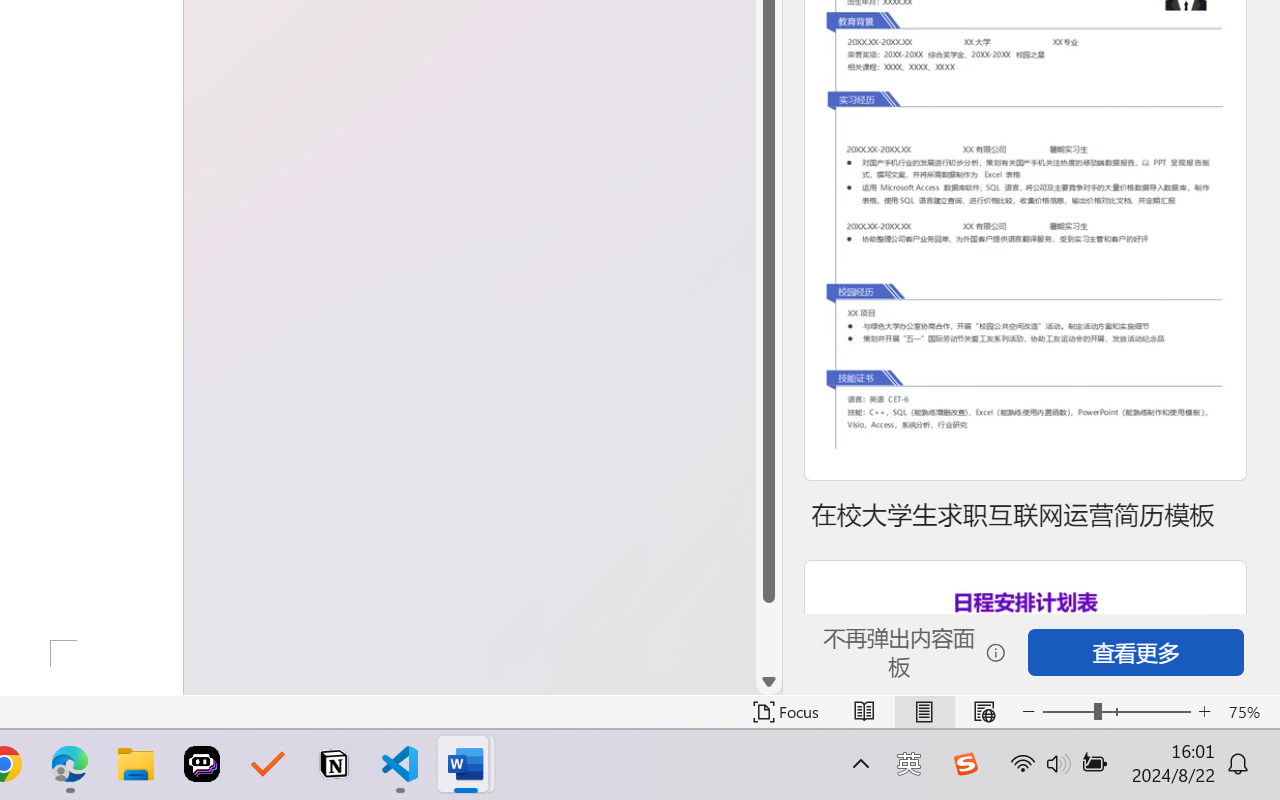 The width and height of the screenshot is (1280, 800). What do you see at coordinates (864, 711) in the screenshot?
I see `'Read Mode'` at bounding box center [864, 711].